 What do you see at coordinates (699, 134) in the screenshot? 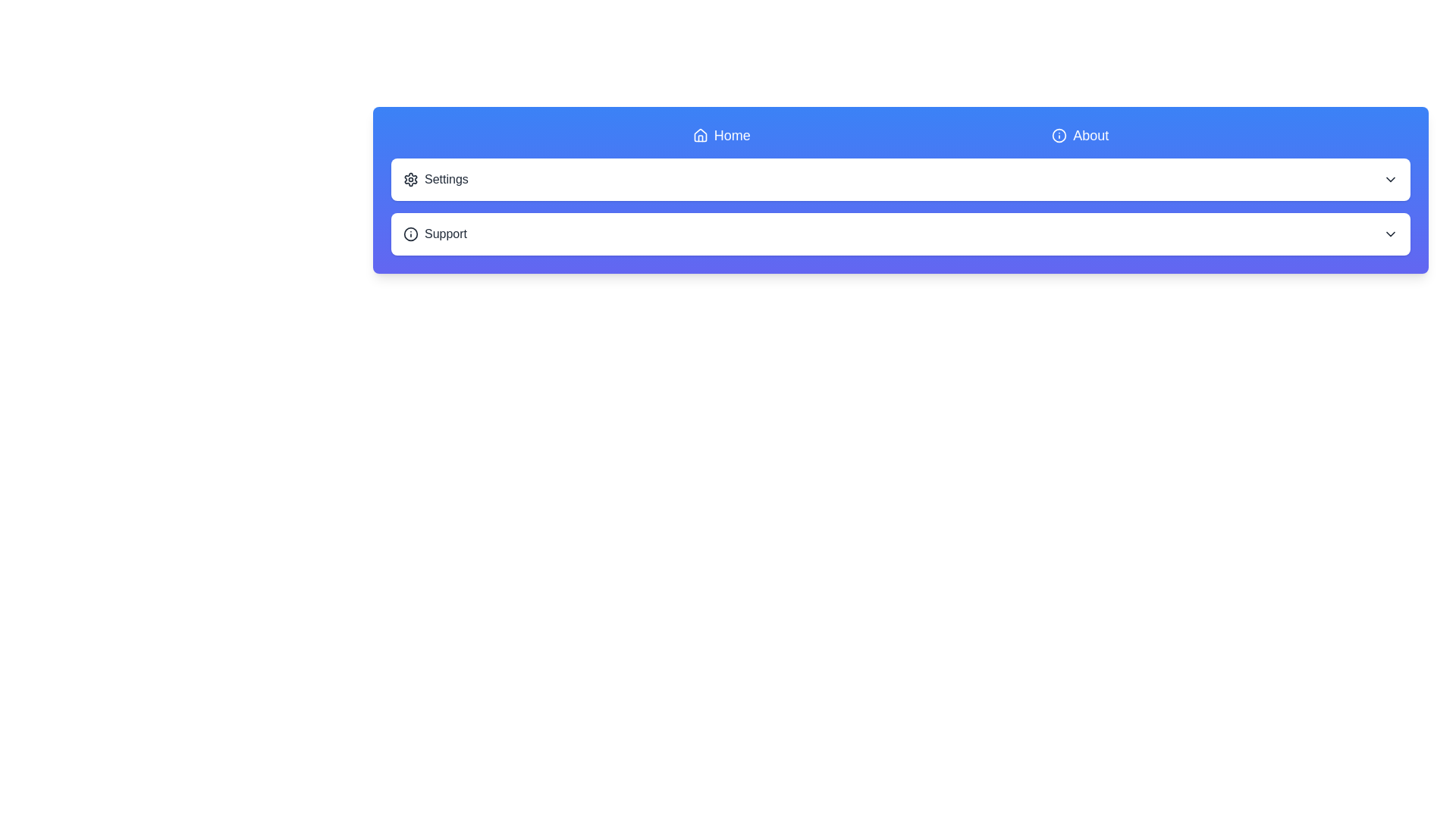
I see `the 'Home' SVG Icon located in the navigation header bar, which visually indicates the 'Home' action` at bounding box center [699, 134].